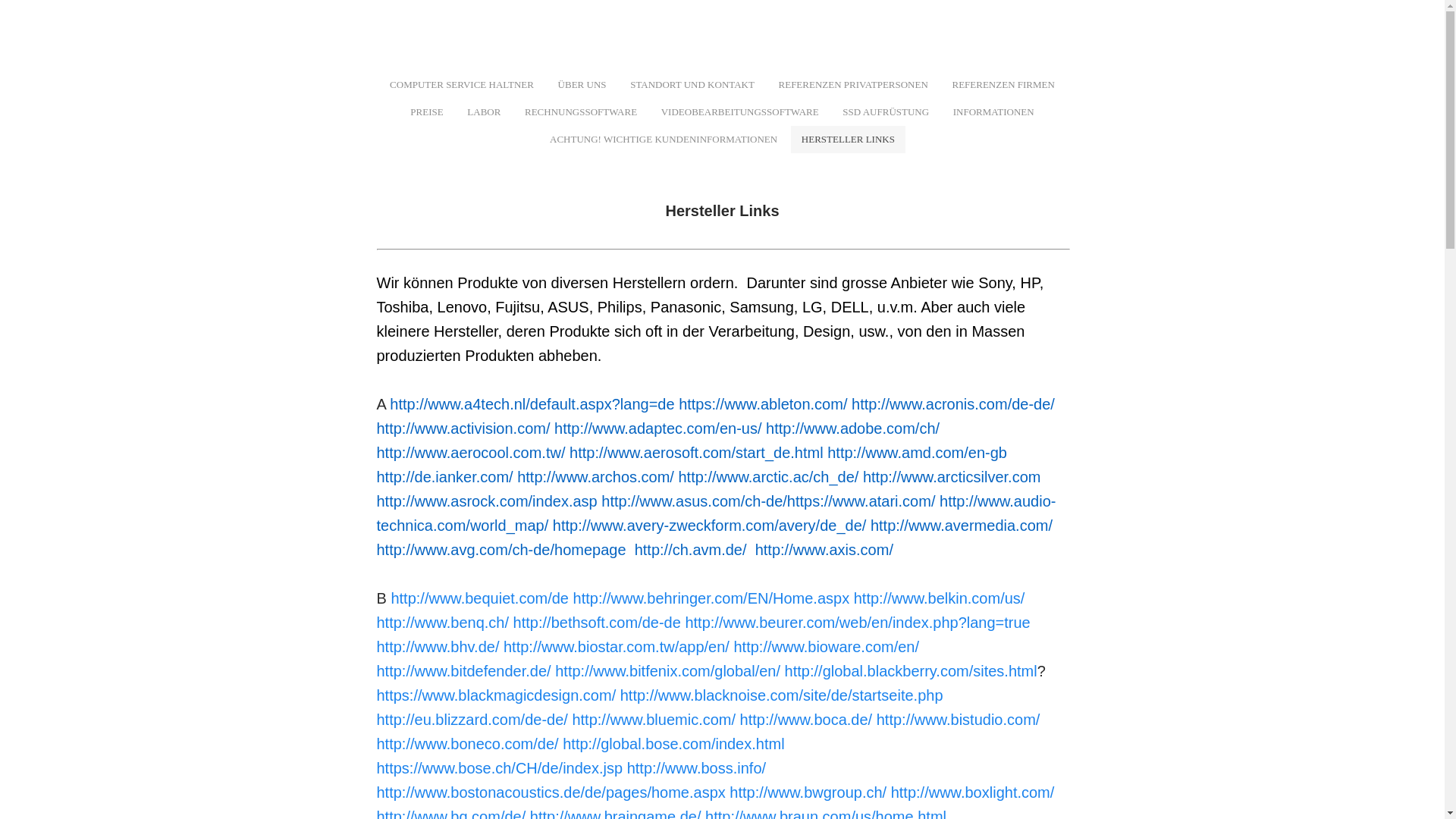 The width and height of the screenshot is (1456, 819). I want to click on 'http://www.belkin.com/us/', so click(938, 598).